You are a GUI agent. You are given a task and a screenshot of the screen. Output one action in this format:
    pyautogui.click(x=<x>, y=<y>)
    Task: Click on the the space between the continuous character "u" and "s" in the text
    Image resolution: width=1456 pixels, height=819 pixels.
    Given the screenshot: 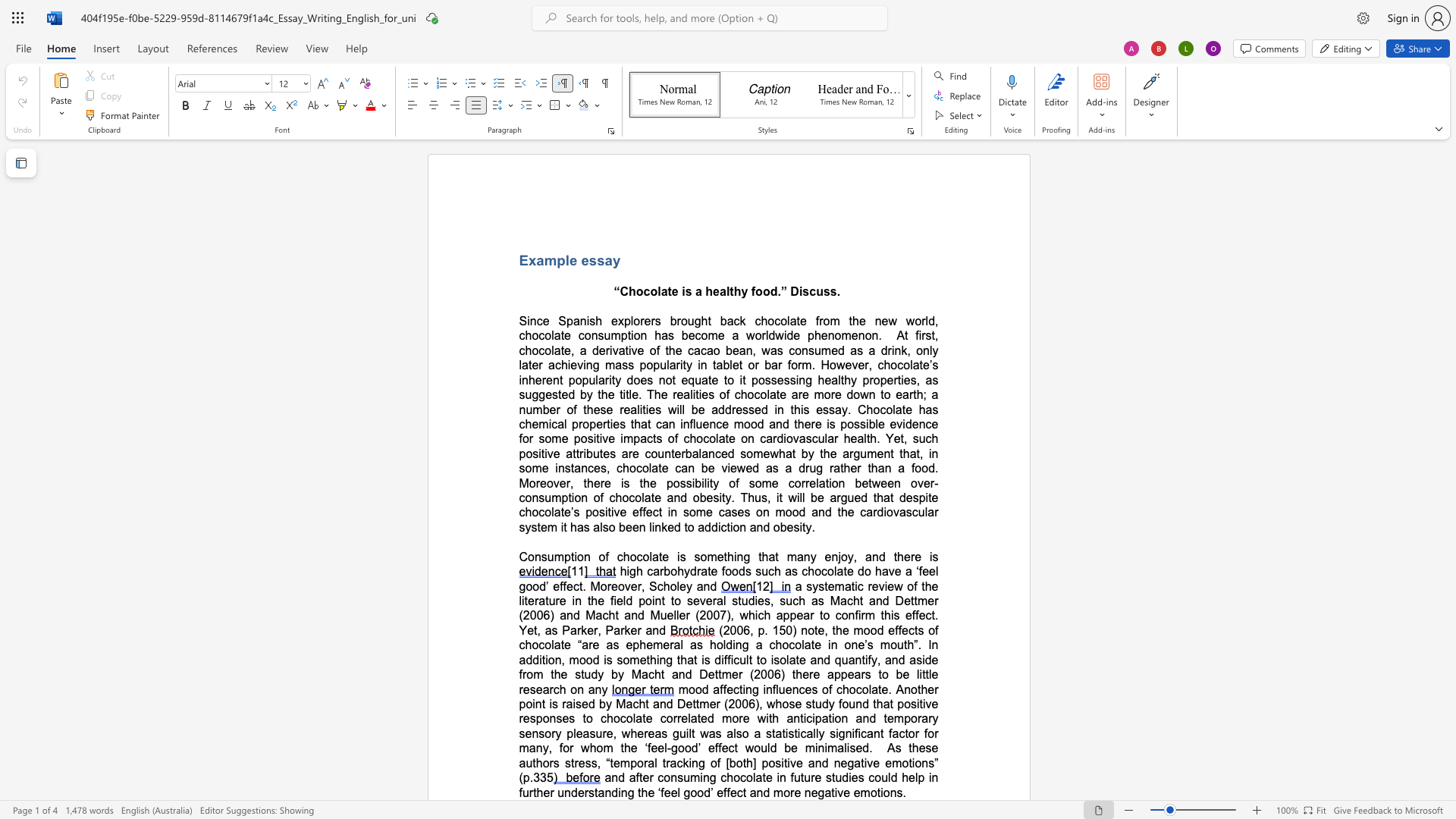 What is the action you would take?
    pyautogui.click(x=822, y=291)
    